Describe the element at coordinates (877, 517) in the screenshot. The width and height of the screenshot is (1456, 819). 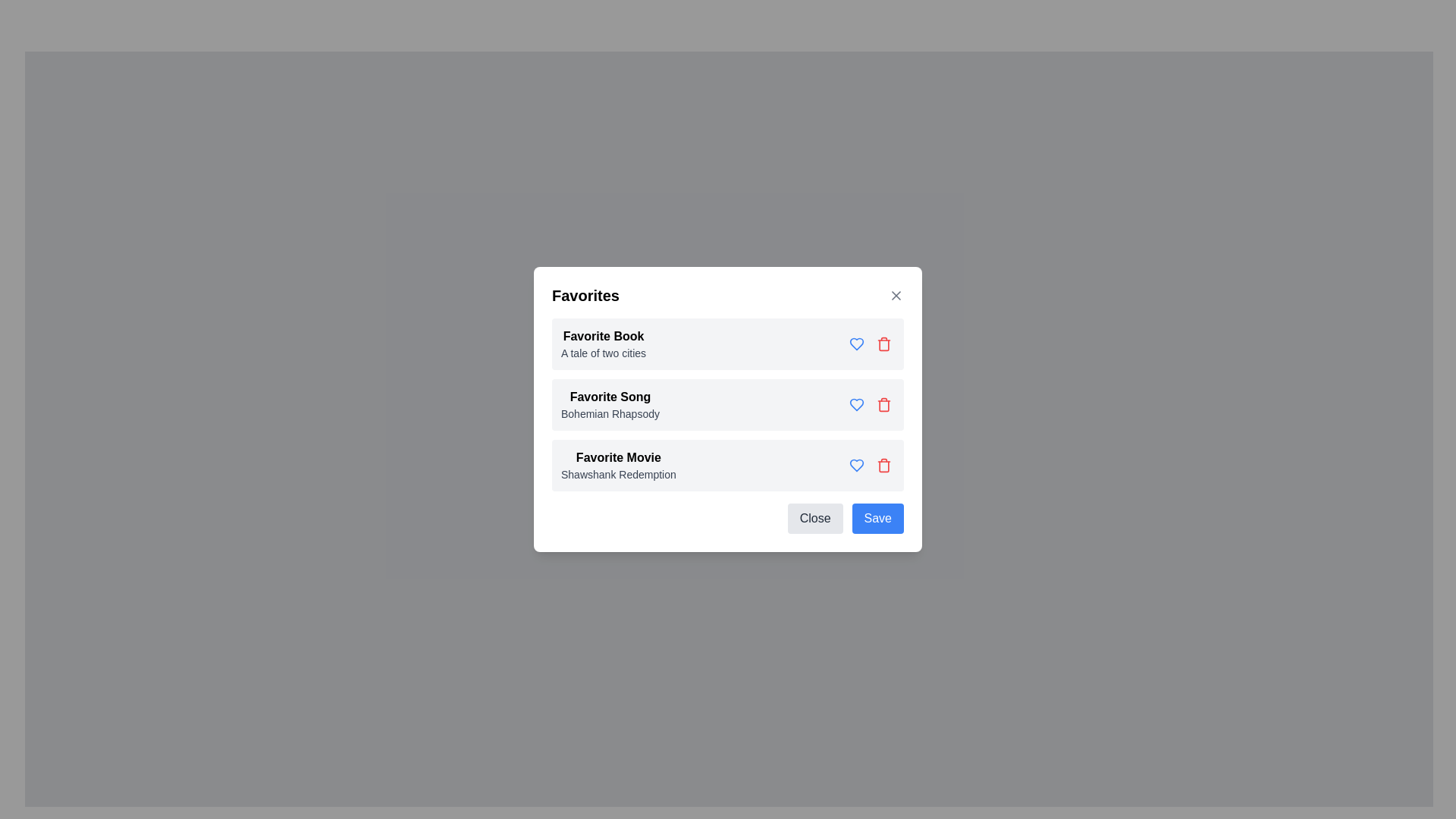
I see `the 'Save' button, which is a blue rounded rectangle with white text, located at the bottom right corner of the modal window` at that location.